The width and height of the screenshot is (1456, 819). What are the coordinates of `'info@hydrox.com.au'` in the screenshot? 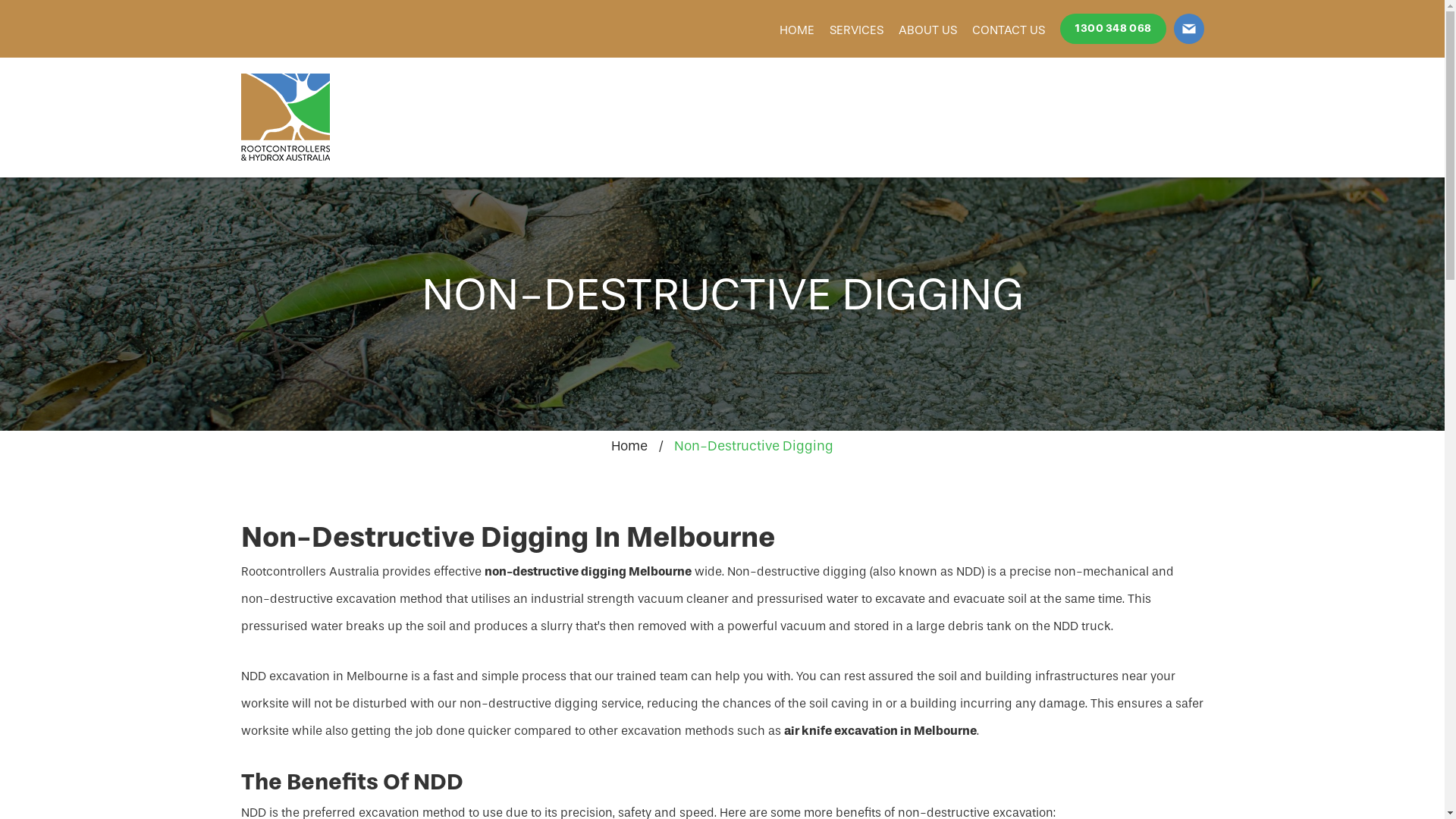 It's located at (1188, 29).